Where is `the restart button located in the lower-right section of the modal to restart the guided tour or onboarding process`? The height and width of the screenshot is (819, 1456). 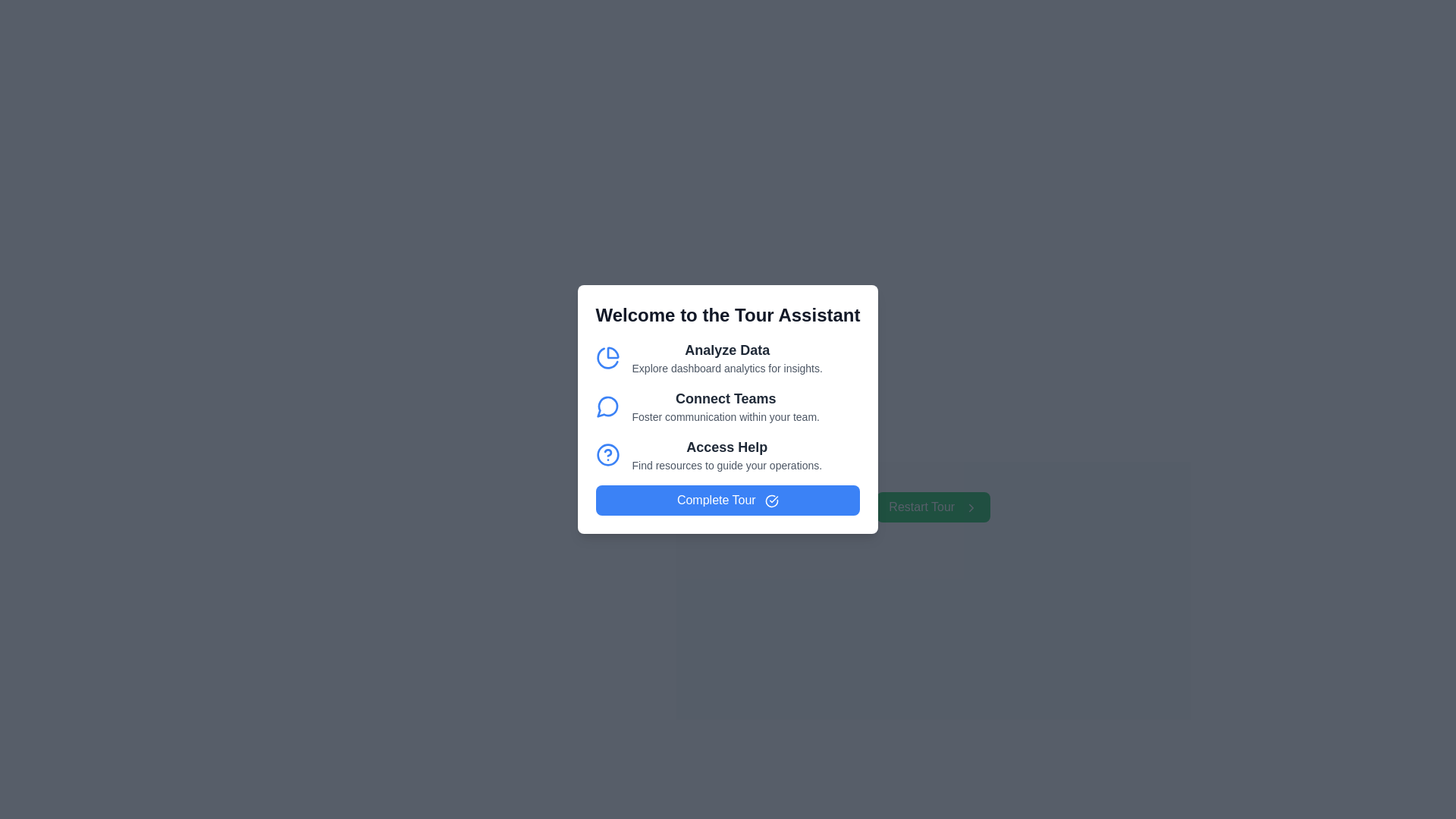
the restart button located in the lower-right section of the modal to restart the guided tour or onboarding process is located at coordinates (932, 581).